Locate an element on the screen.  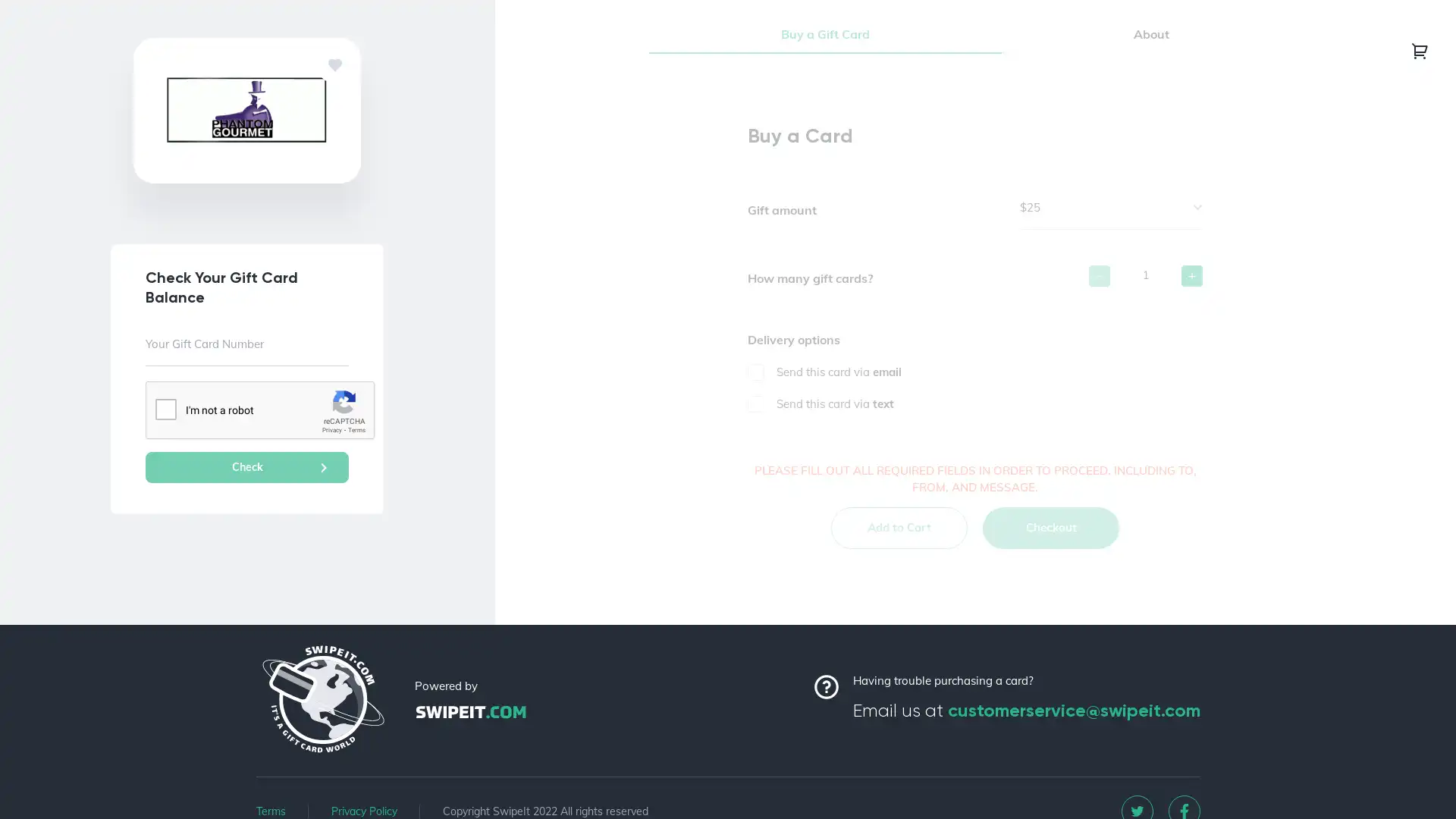
Toggle navigation is located at coordinates (1419, 49).